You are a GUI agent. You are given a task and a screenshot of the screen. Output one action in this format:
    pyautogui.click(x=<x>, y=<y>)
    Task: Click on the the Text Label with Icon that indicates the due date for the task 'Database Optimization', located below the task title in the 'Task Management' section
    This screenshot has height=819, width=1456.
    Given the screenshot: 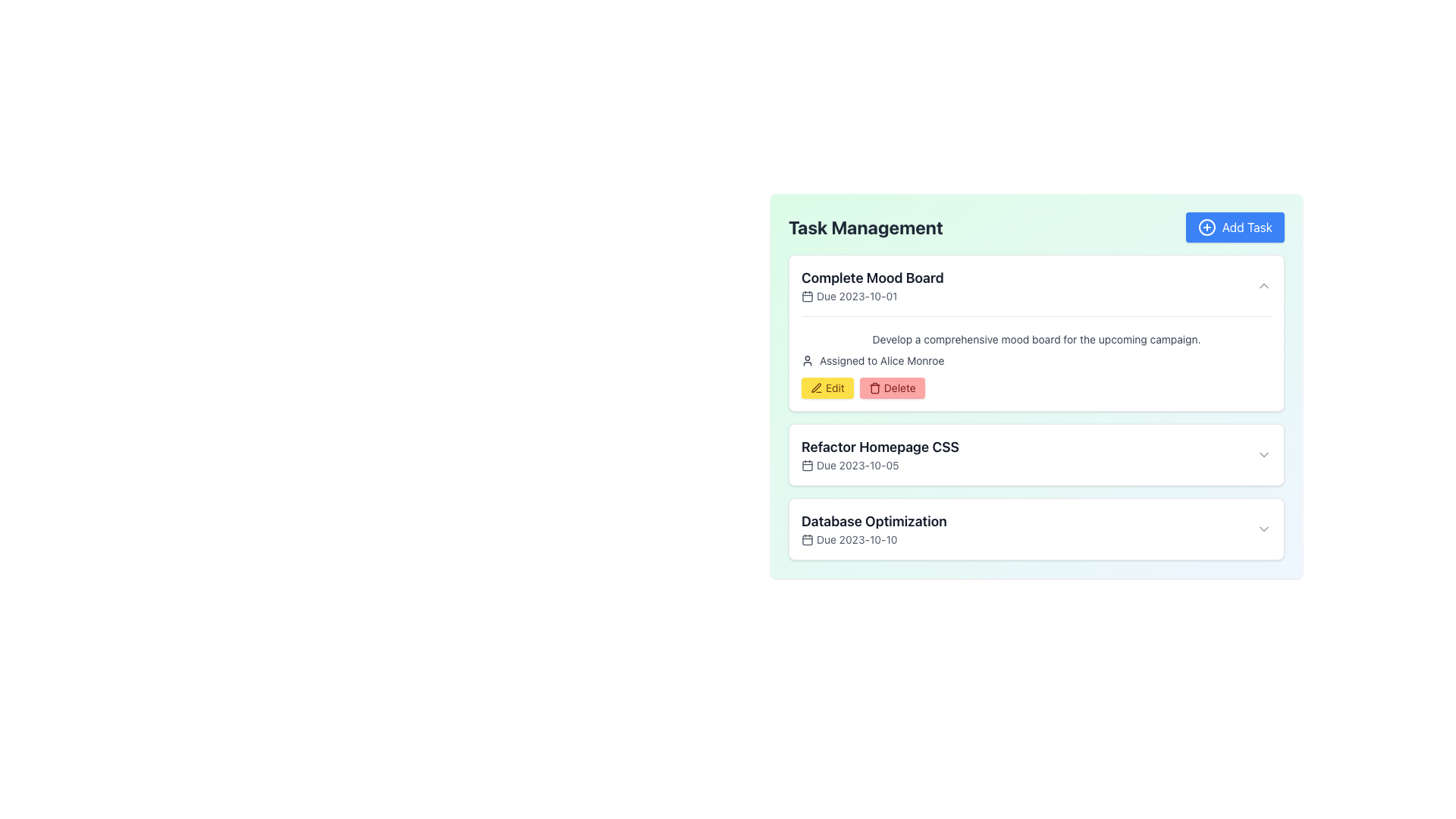 What is the action you would take?
    pyautogui.click(x=874, y=539)
    